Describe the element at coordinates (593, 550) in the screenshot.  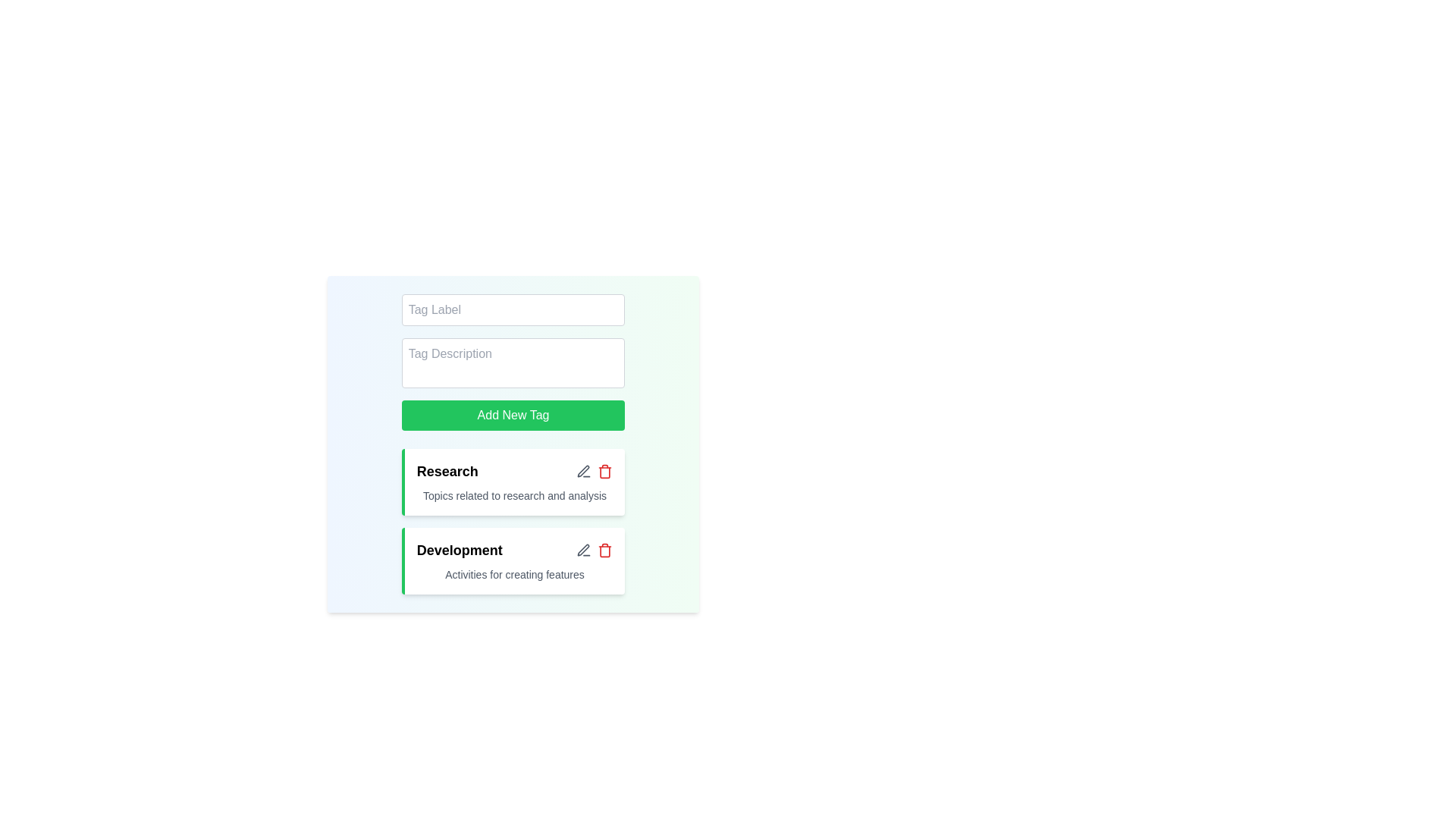
I see `the trashcan icon in the horizontal button group within the 'Development' card` at that location.